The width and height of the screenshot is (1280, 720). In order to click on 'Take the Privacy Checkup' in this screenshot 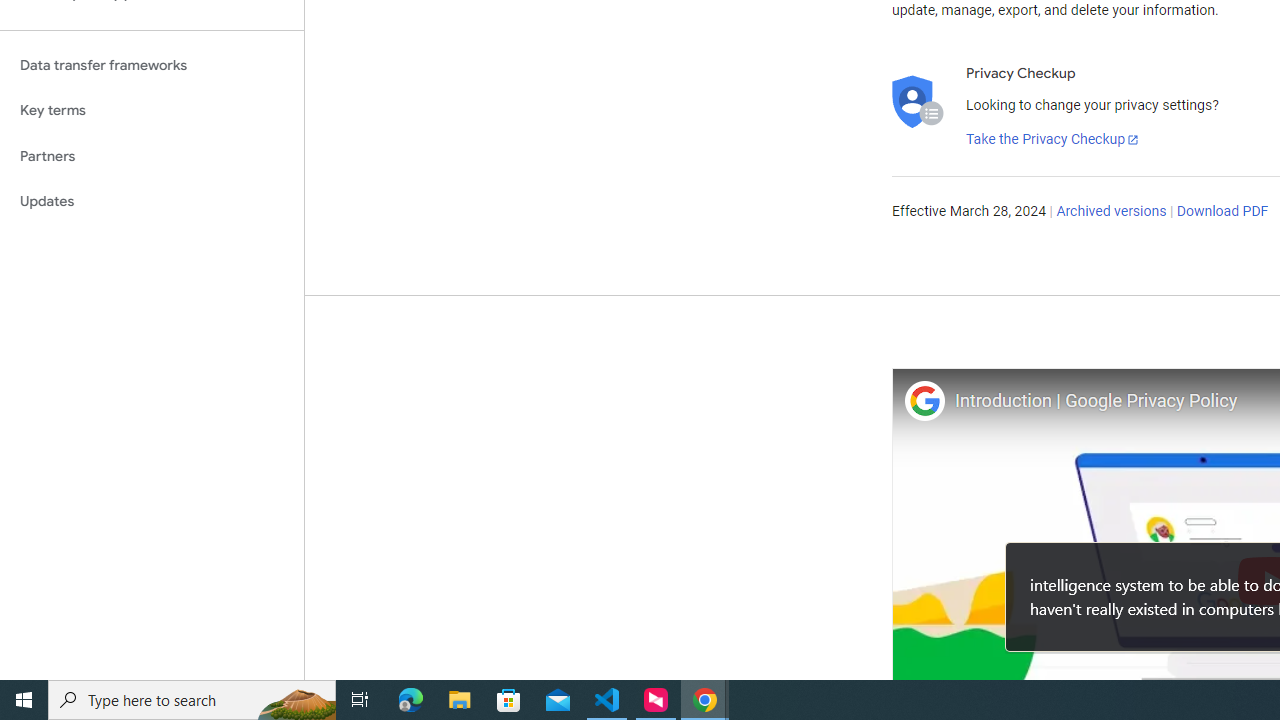, I will do `click(1052, 139)`.